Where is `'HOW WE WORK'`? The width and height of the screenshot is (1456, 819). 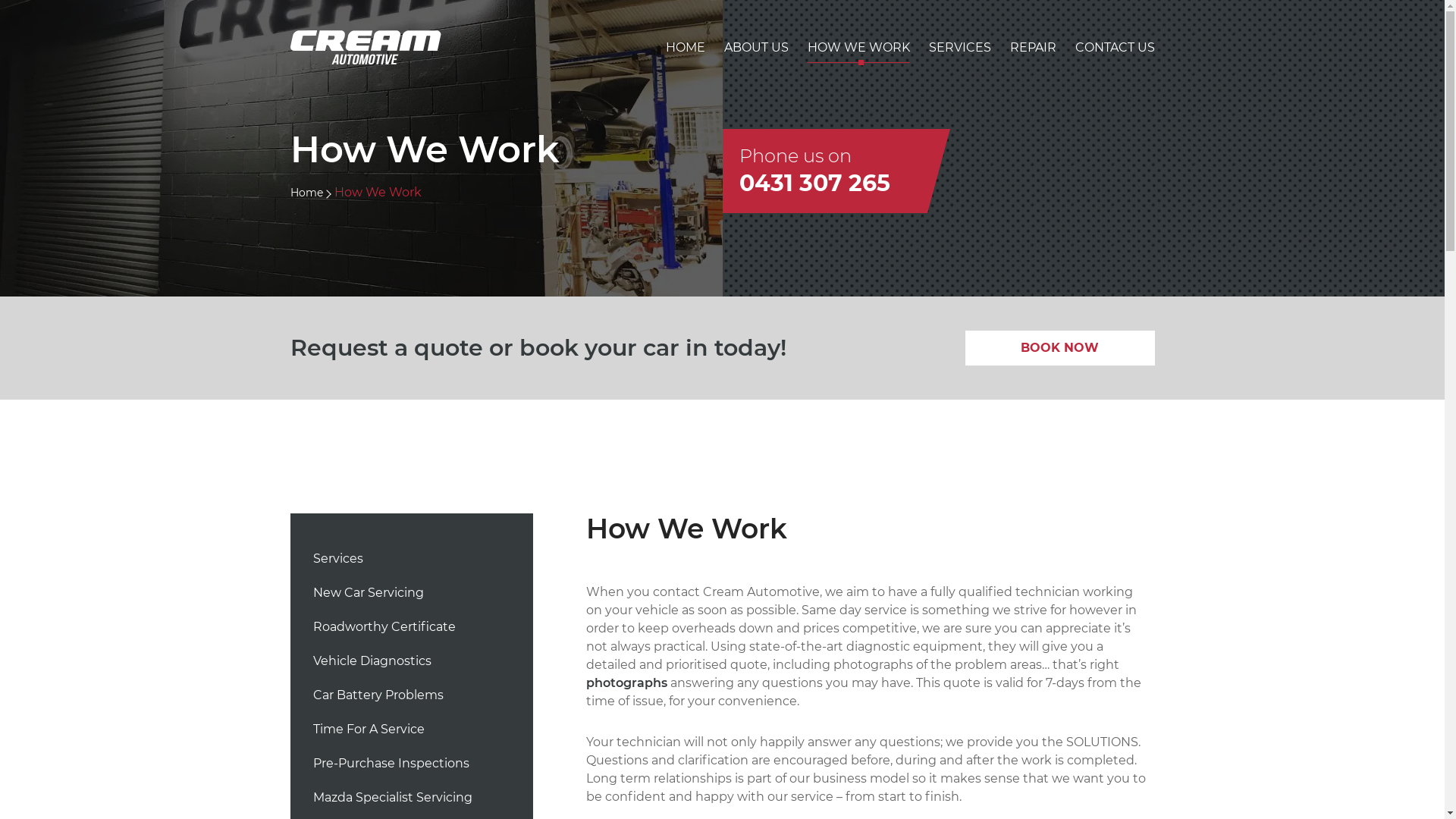
'HOW WE WORK' is located at coordinates (858, 52).